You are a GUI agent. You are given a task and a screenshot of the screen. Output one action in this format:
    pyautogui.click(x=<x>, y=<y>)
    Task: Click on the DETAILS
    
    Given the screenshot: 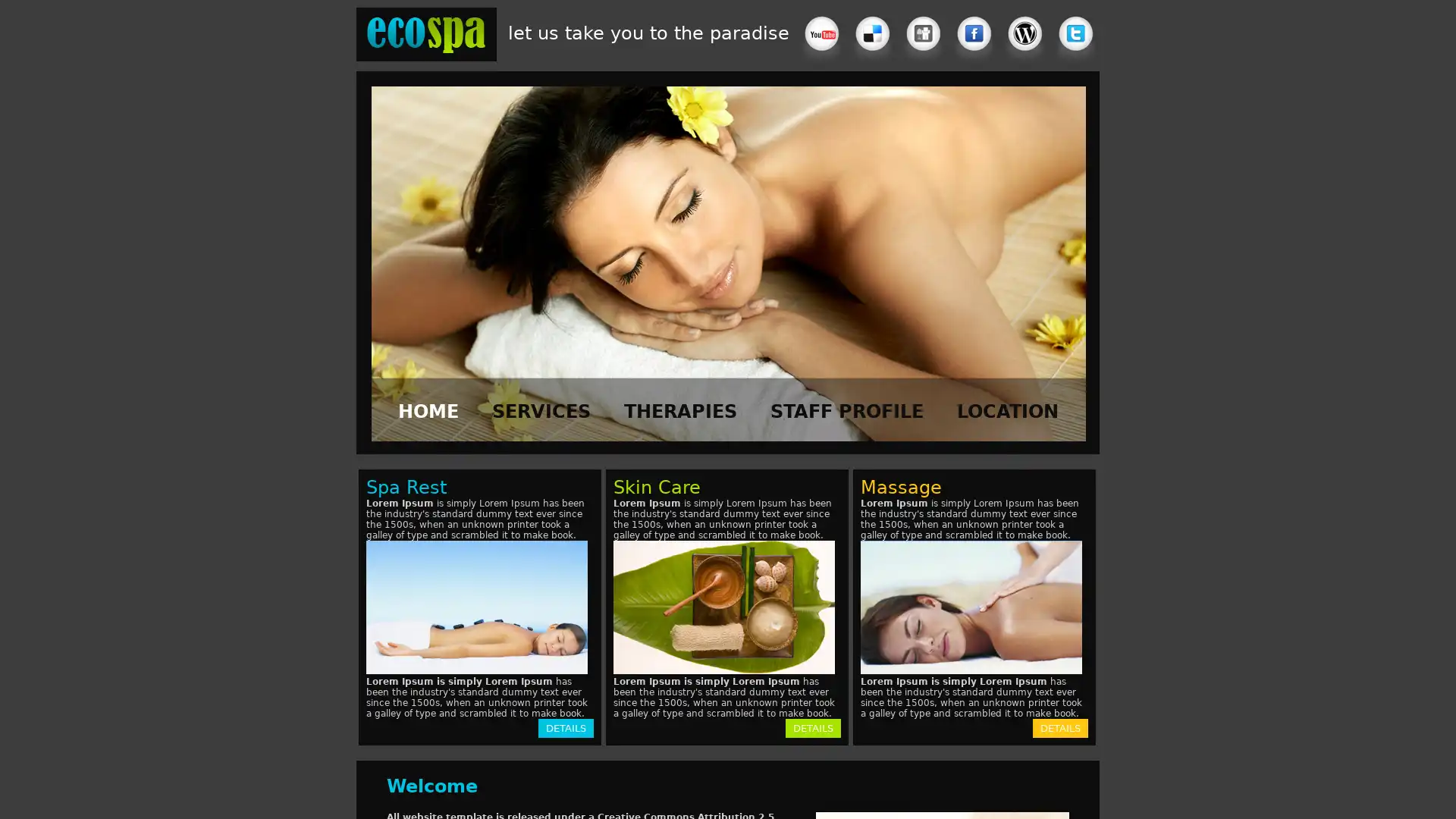 What is the action you would take?
    pyautogui.click(x=1059, y=727)
    